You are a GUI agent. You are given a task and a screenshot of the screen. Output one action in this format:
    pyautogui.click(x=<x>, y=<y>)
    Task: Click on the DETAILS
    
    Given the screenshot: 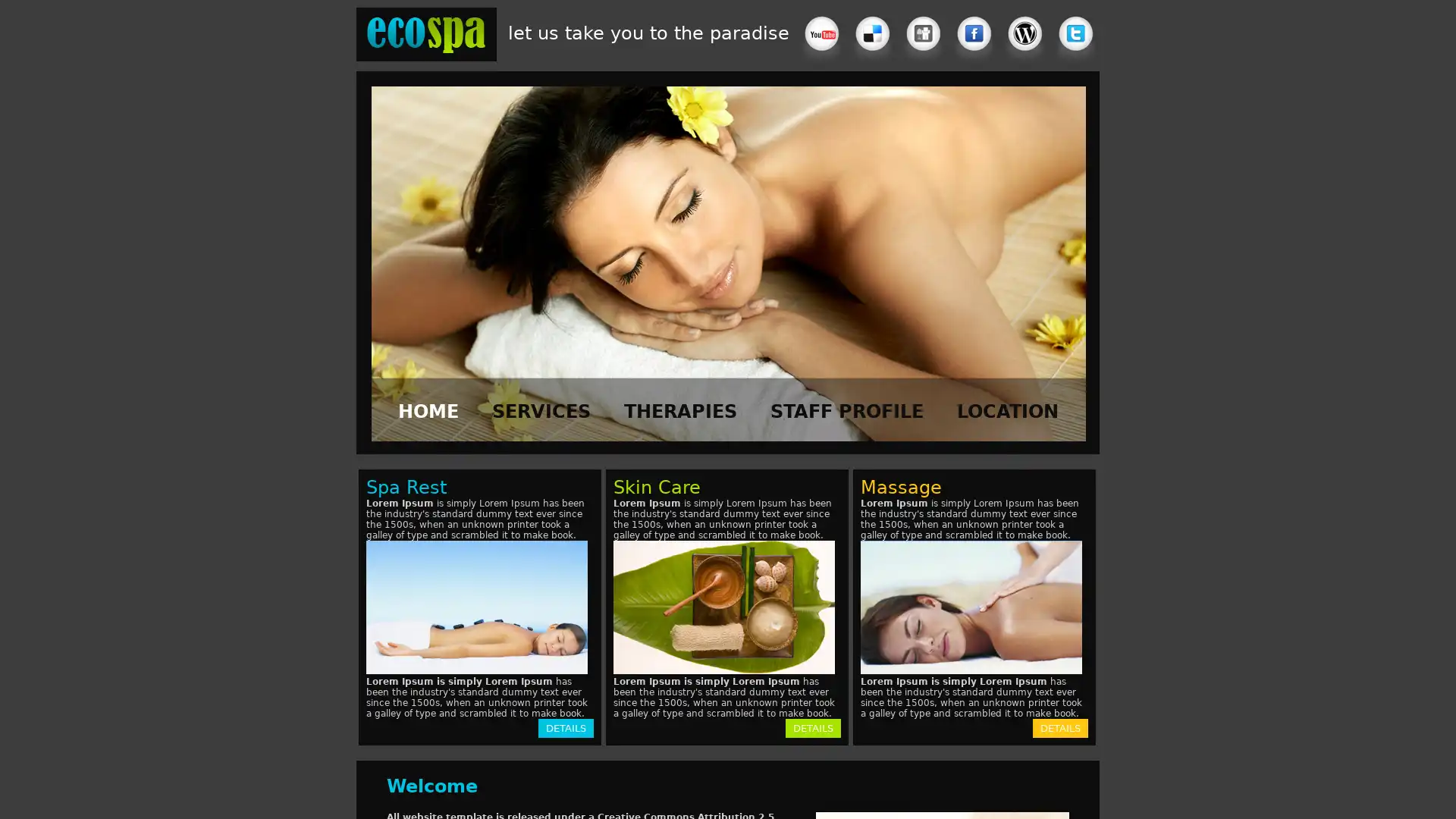 What is the action you would take?
    pyautogui.click(x=1059, y=727)
    